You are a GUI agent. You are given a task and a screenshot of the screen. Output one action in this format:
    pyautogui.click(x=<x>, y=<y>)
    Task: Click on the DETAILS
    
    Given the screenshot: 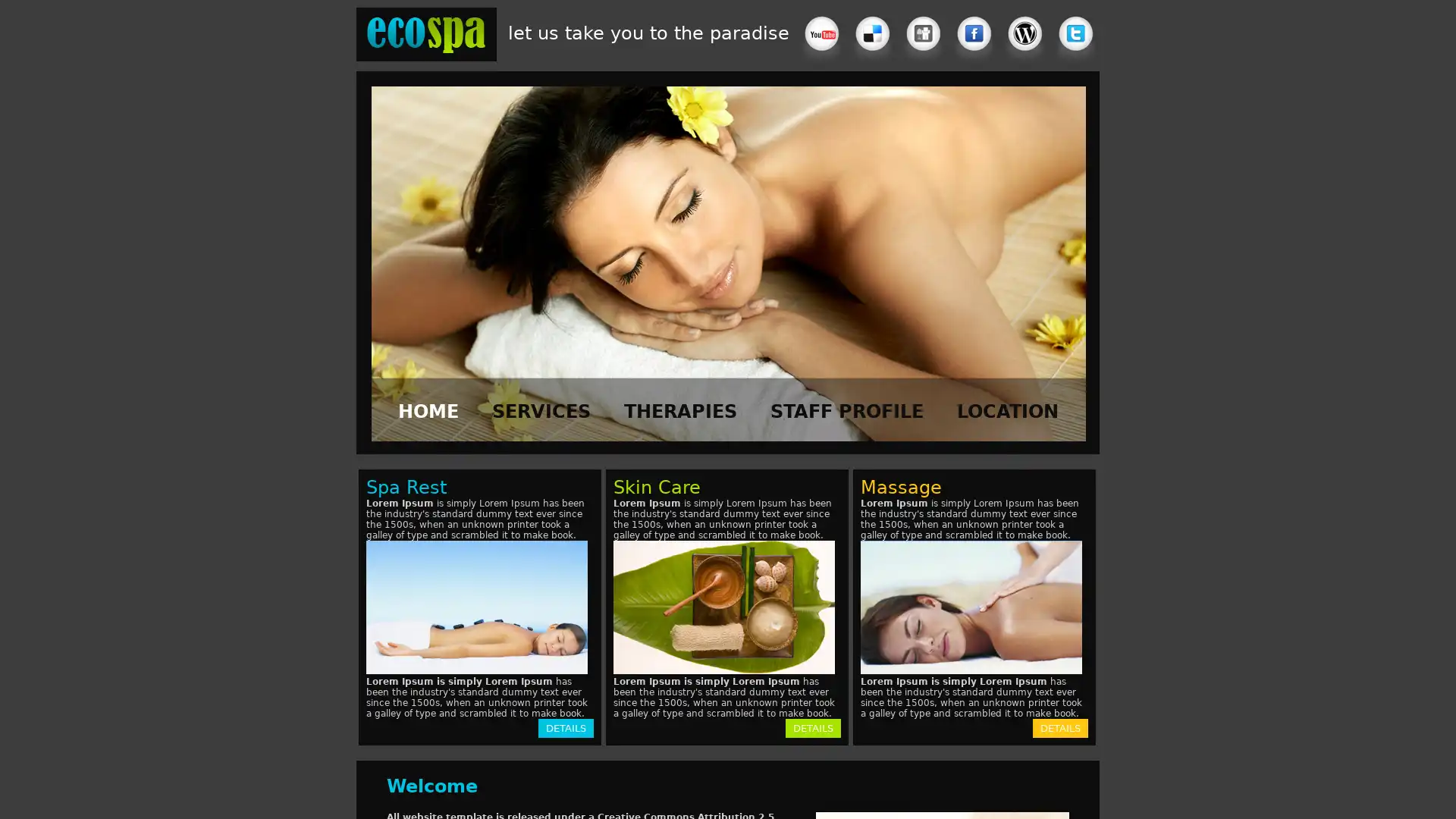 What is the action you would take?
    pyautogui.click(x=1059, y=727)
    